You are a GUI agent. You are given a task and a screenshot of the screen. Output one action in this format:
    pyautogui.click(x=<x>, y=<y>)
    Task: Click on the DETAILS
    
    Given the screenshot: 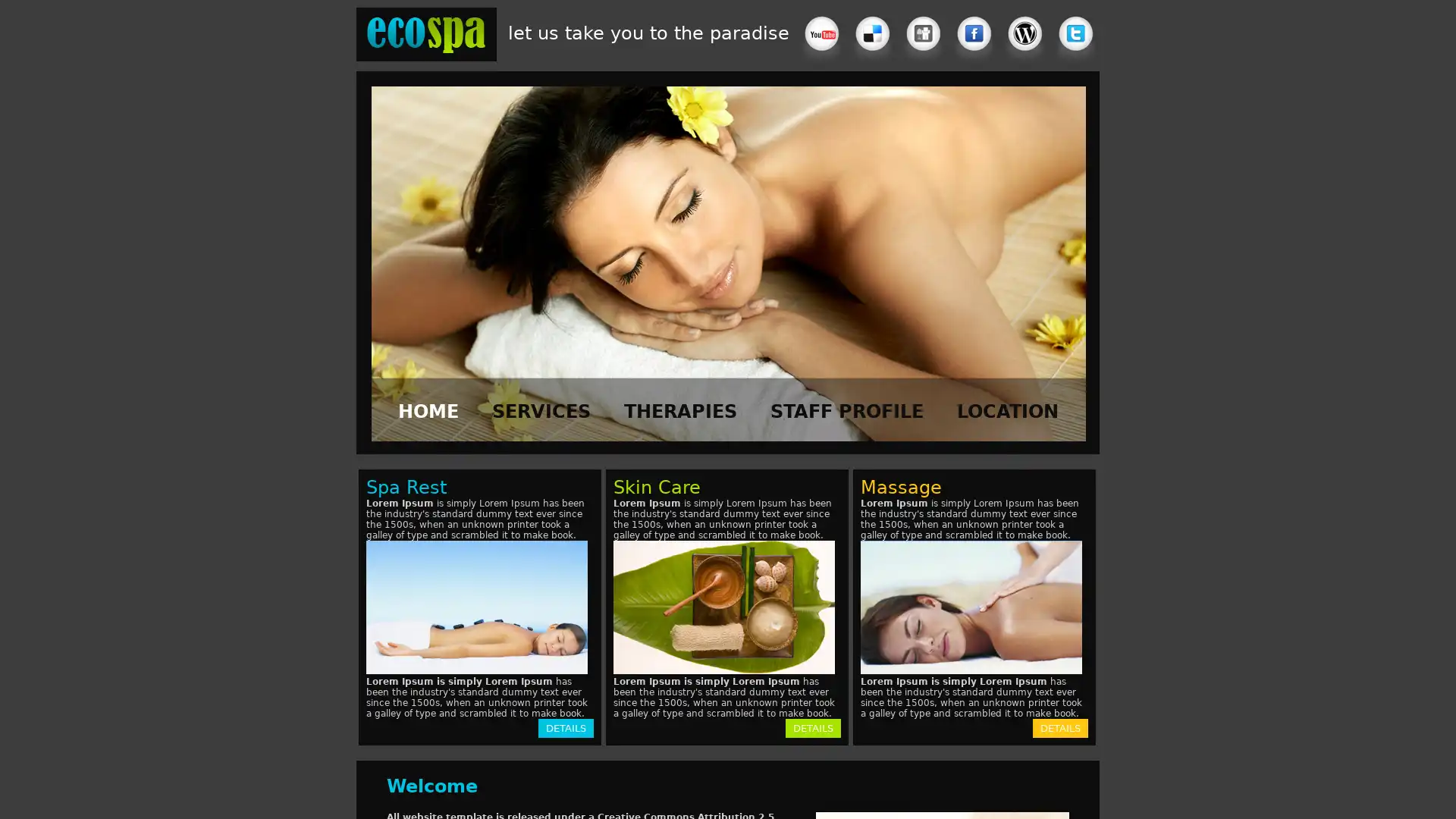 What is the action you would take?
    pyautogui.click(x=1059, y=727)
    